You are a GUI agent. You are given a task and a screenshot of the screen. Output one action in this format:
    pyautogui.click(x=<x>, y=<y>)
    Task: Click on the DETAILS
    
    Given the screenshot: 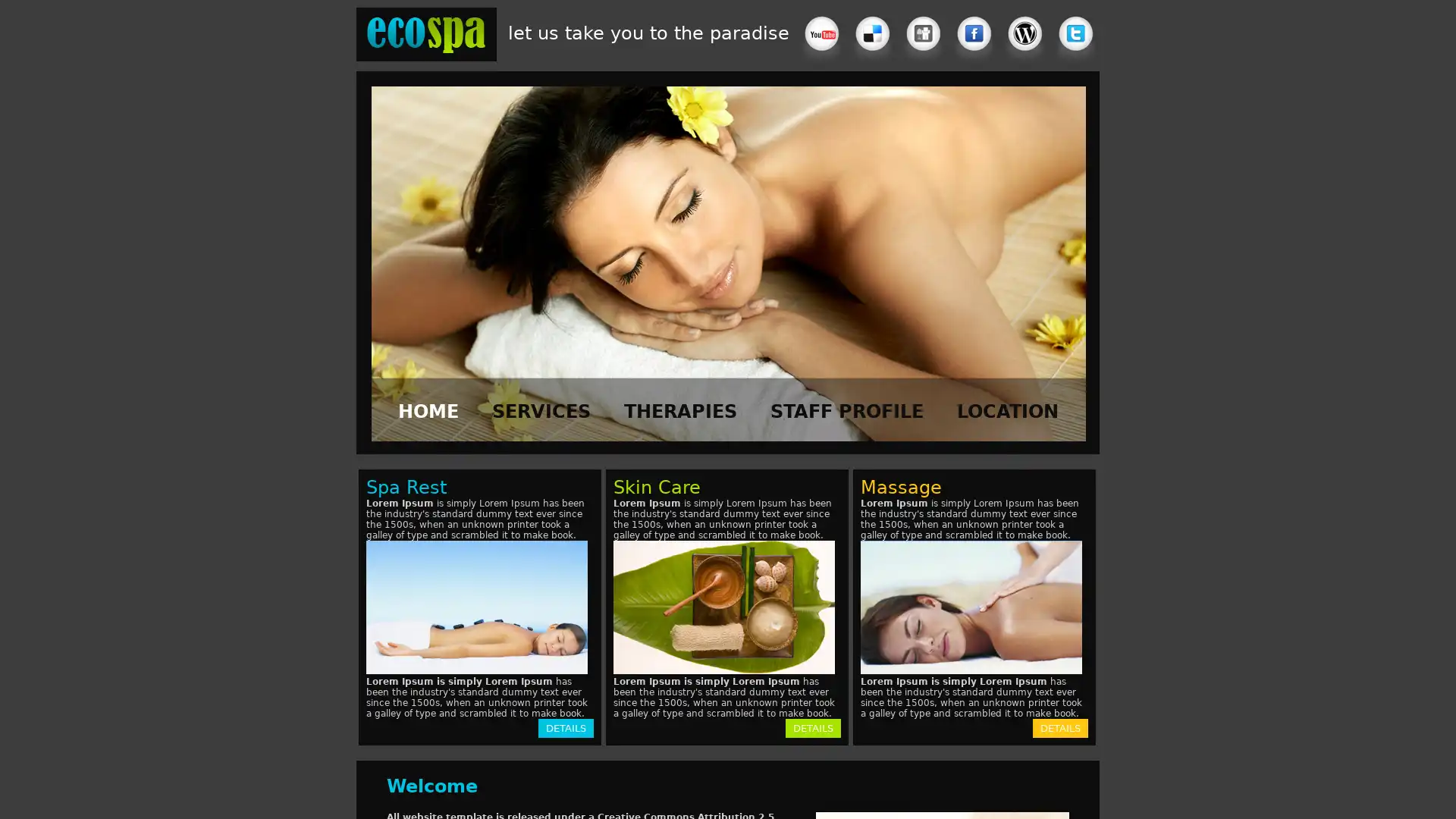 What is the action you would take?
    pyautogui.click(x=1059, y=727)
    